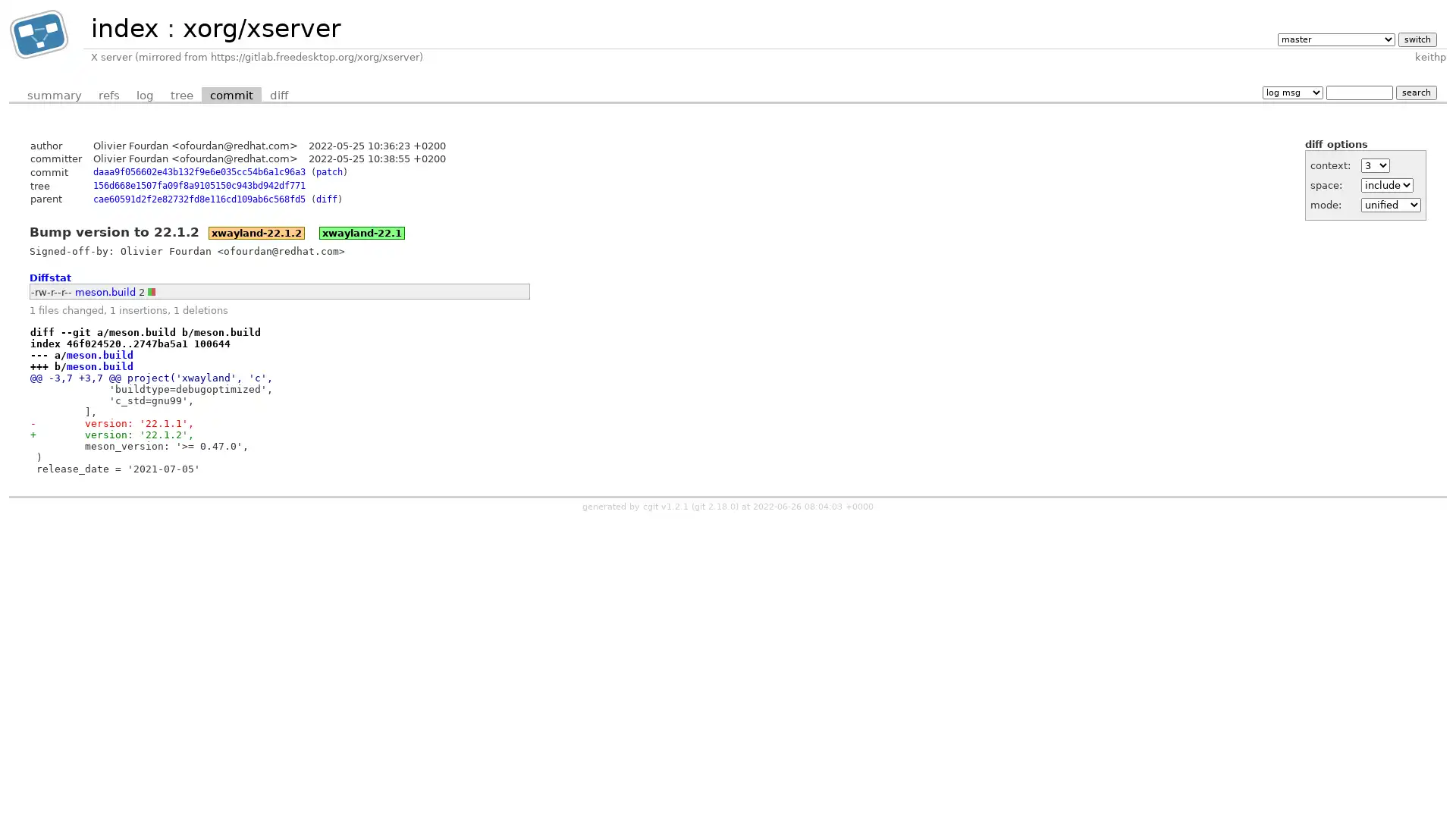 The height and width of the screenshot is (819, 1456). Describe the element at coordinates (1416, 38) in the screenshot. I see `switch` at that location.